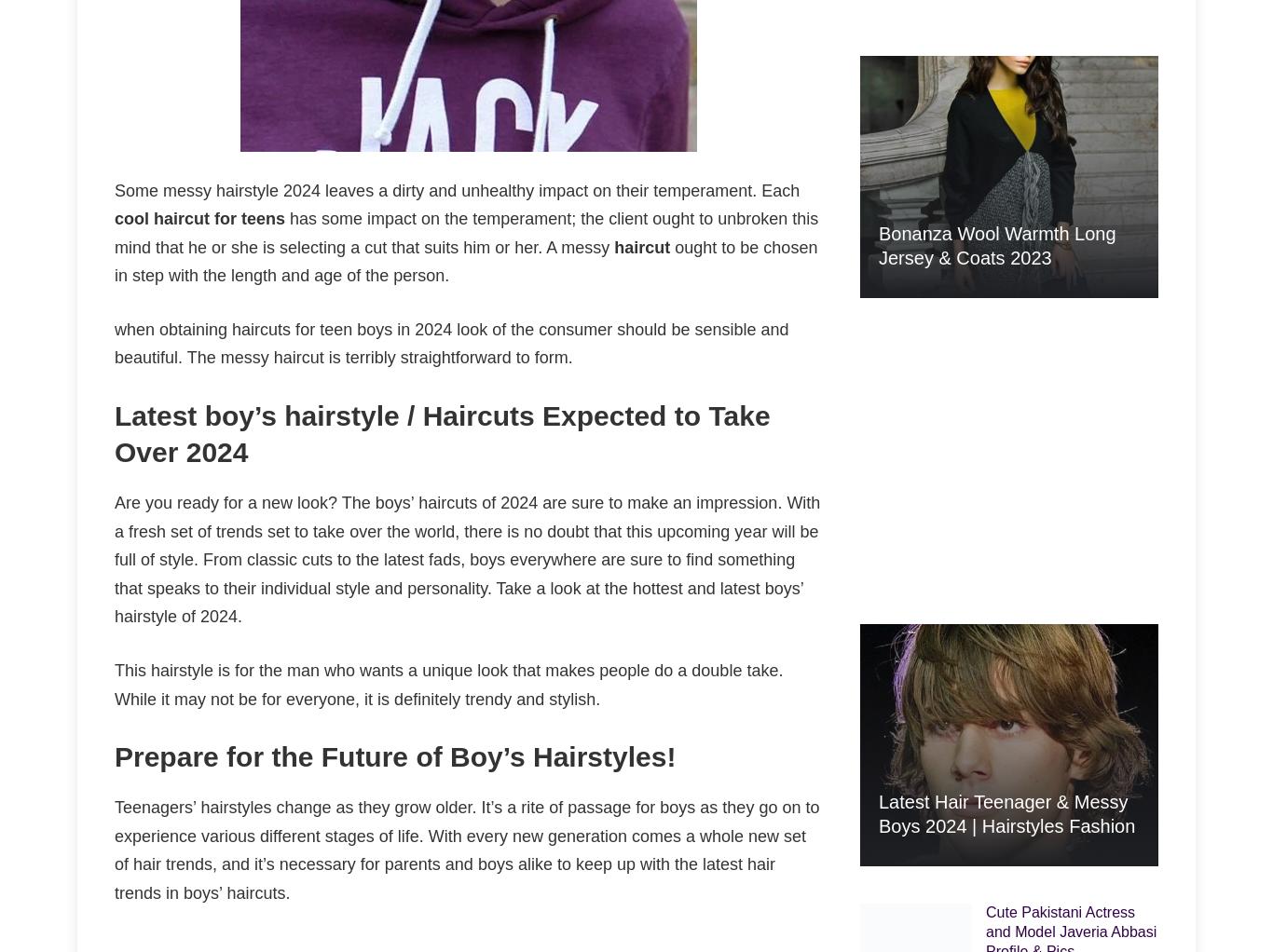 This screenshot has width=1273, height=952. What do you see at coordinates (467, 849) in the screenshot?
I see `'Teenagers’ hairstyles change as they grow older. It’s a rite of passage for boys as they go on to experience various different stages of life. With every new generation comes a whole new set of hair trends, and it’s necessary for parents and boys alike to keep up with the latest hair trends in boys’ haircuts.'` at bounding box center [467, 849].